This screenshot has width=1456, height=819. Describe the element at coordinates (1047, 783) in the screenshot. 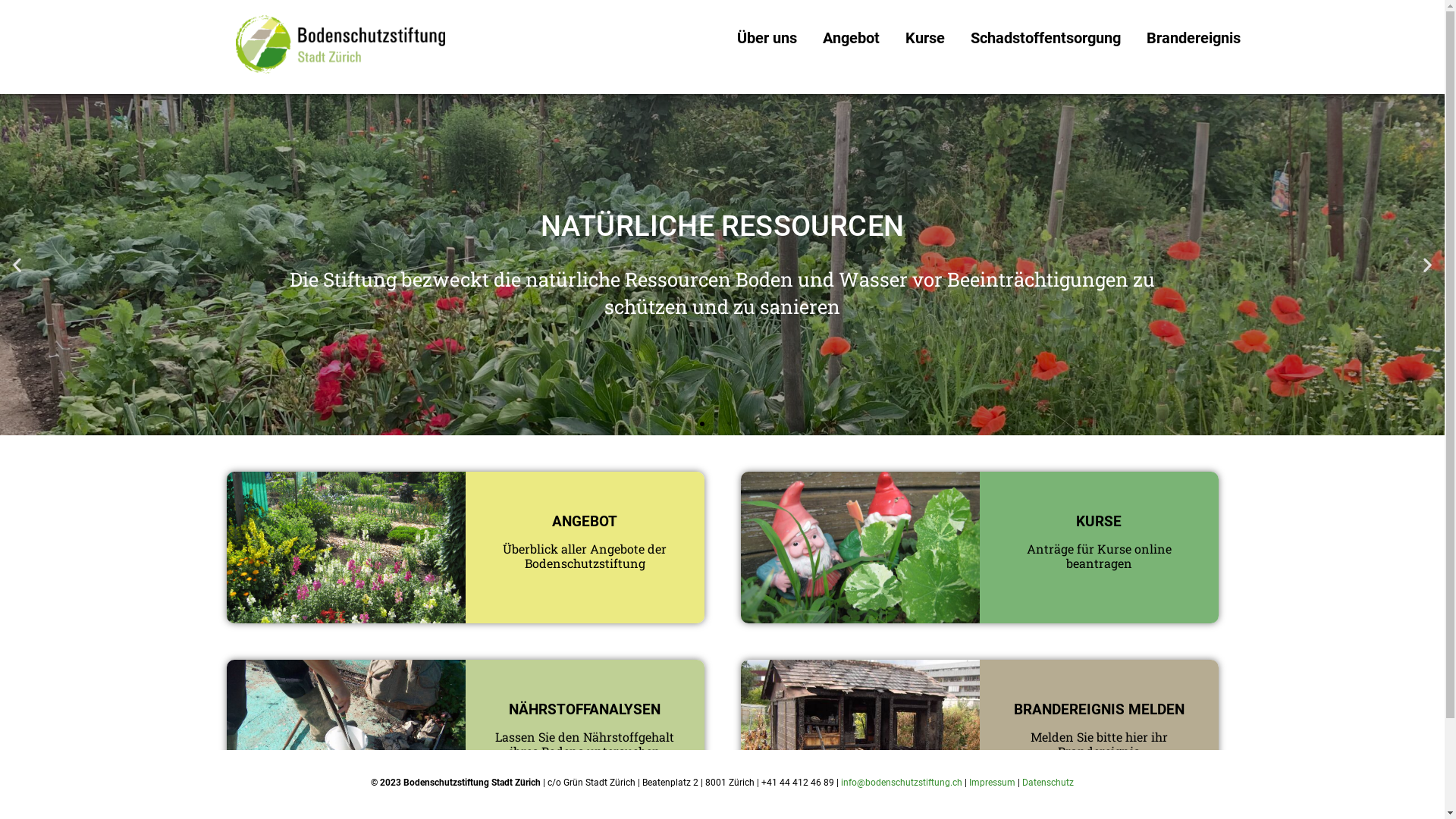

I see `'Datenschutz'` at that location.